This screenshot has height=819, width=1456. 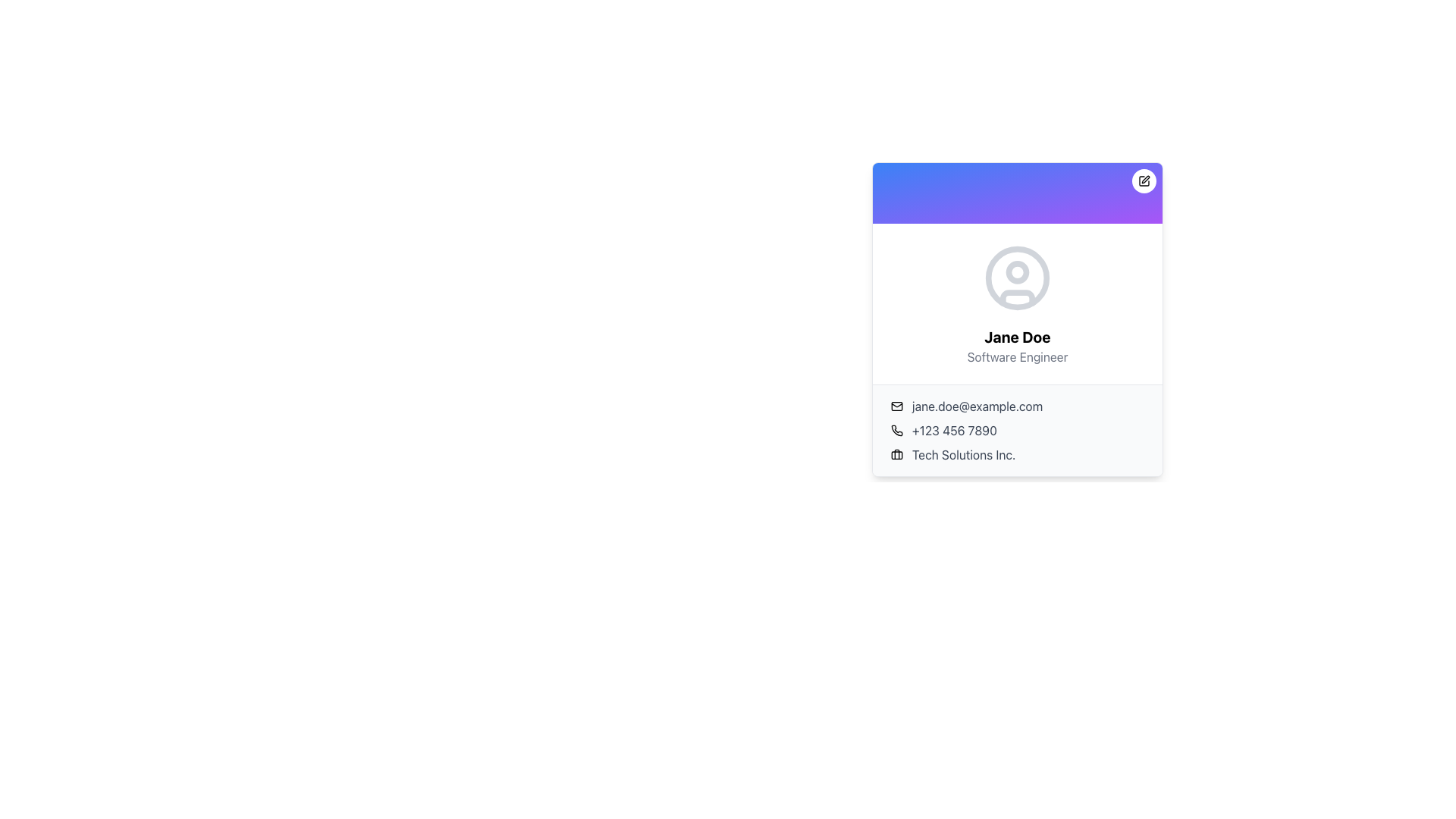 I want to click on the outermost circular SVG element with a 10-unit radius in the profile avatar section, styled in a grayish tone, so click(x=1018, y=278).